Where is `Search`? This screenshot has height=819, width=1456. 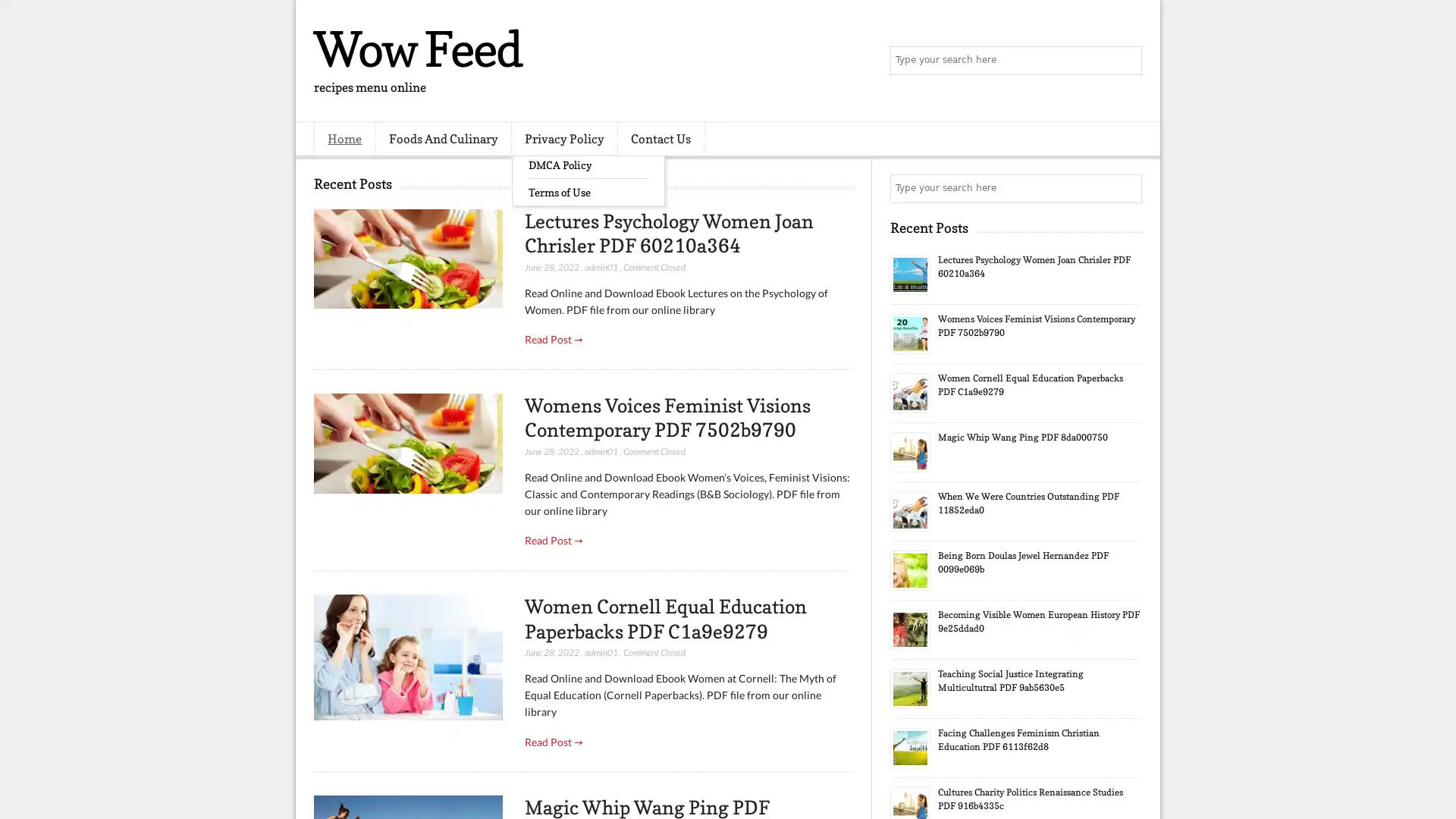 Search is located at coordinates (1126, 188).